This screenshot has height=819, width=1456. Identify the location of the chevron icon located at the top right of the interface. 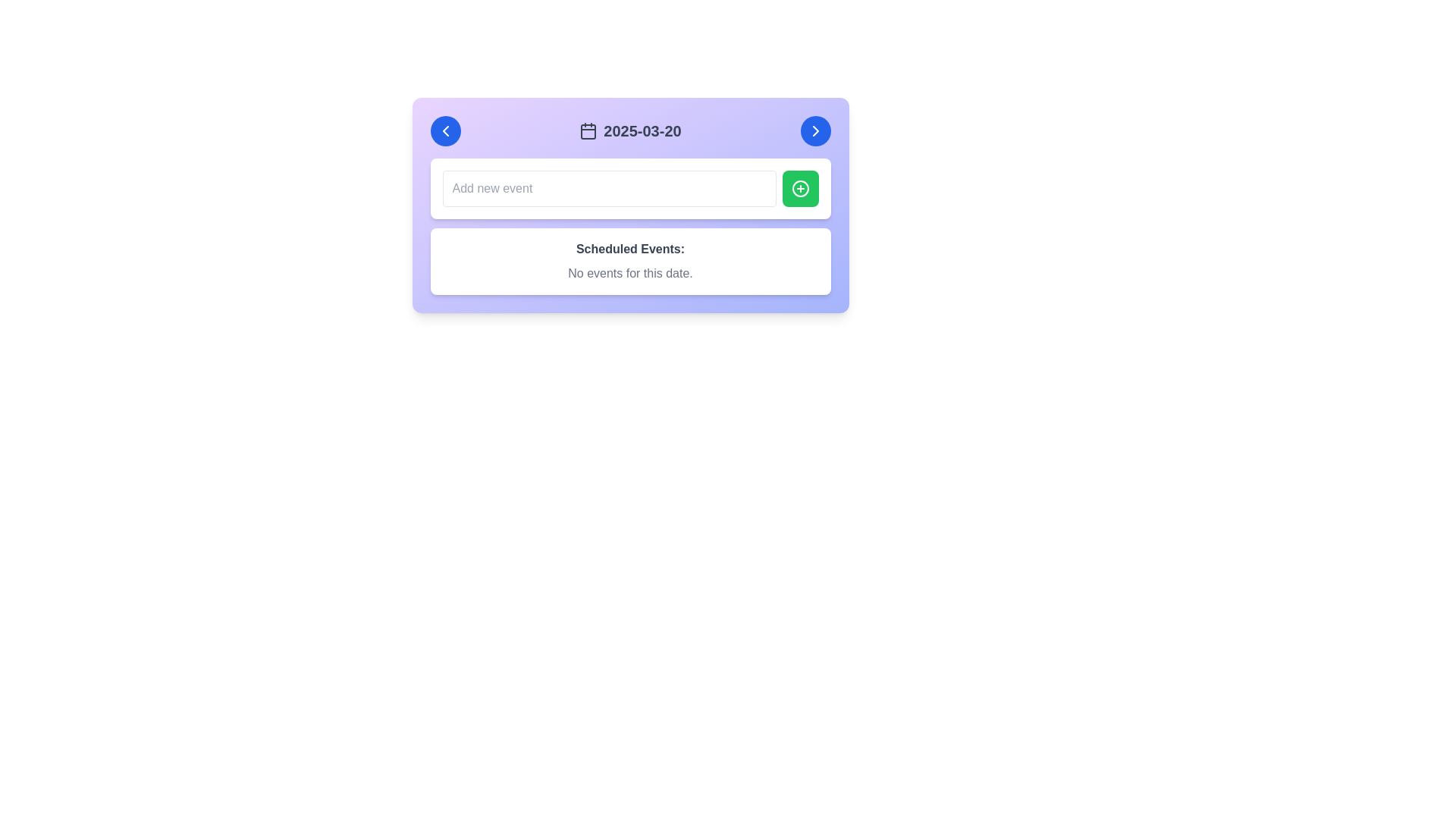
(814, 130).